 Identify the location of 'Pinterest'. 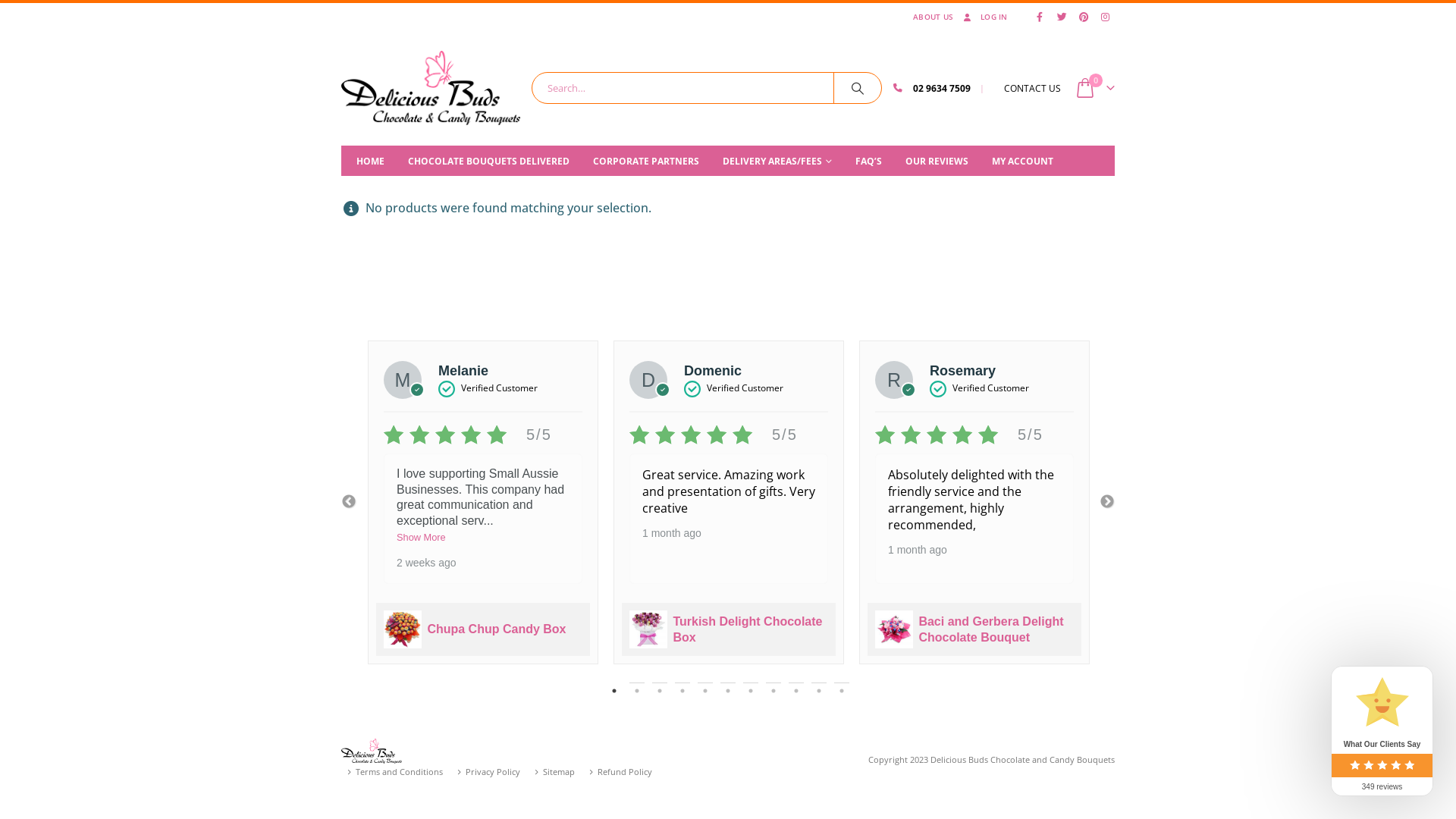
(1083, 17).